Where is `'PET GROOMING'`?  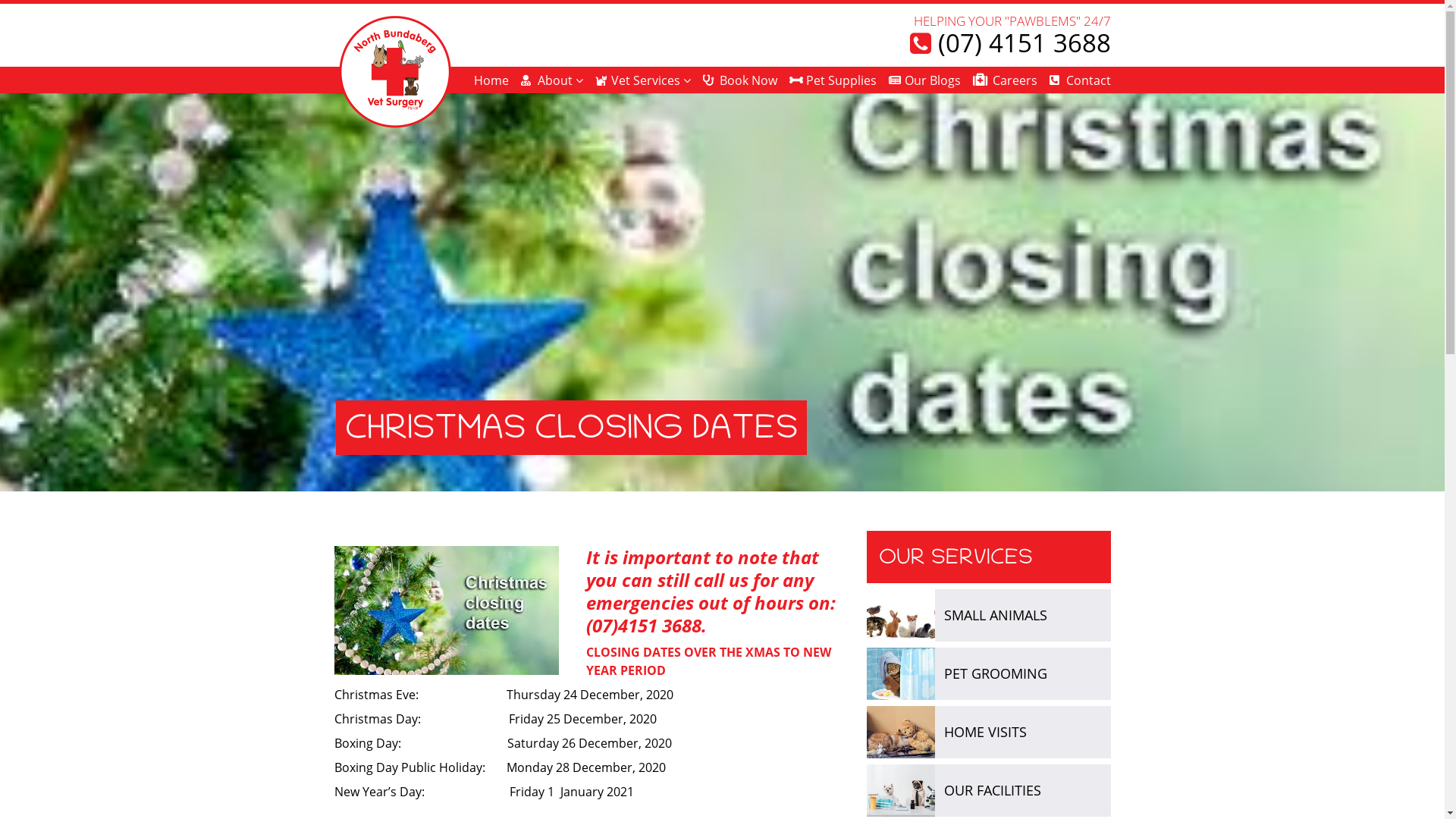 'PET GROOMING' is located at coordinates (996, 672).